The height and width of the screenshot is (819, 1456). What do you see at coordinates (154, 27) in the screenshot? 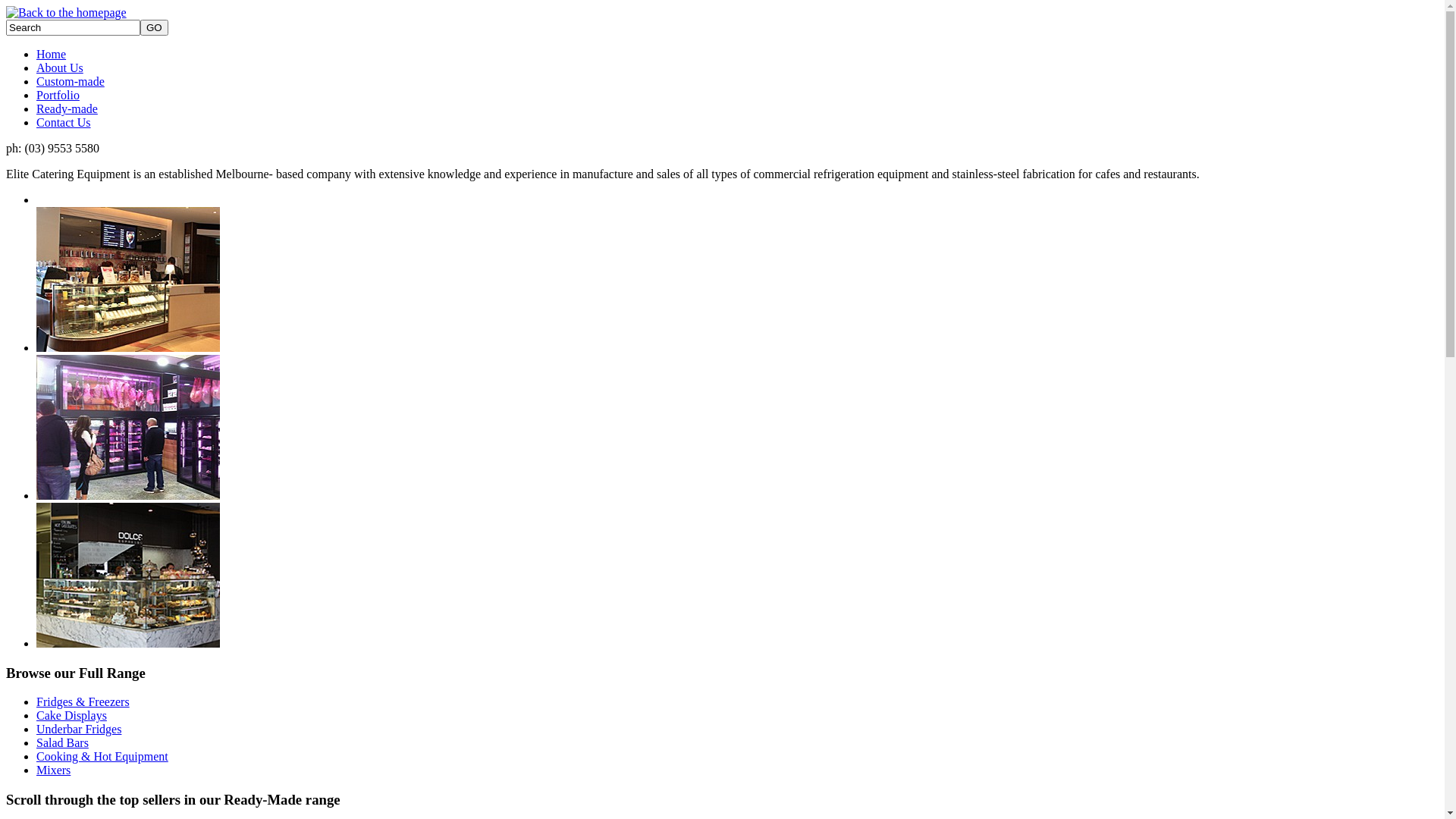
I see `'GO'` at bounding box center [154, 27].